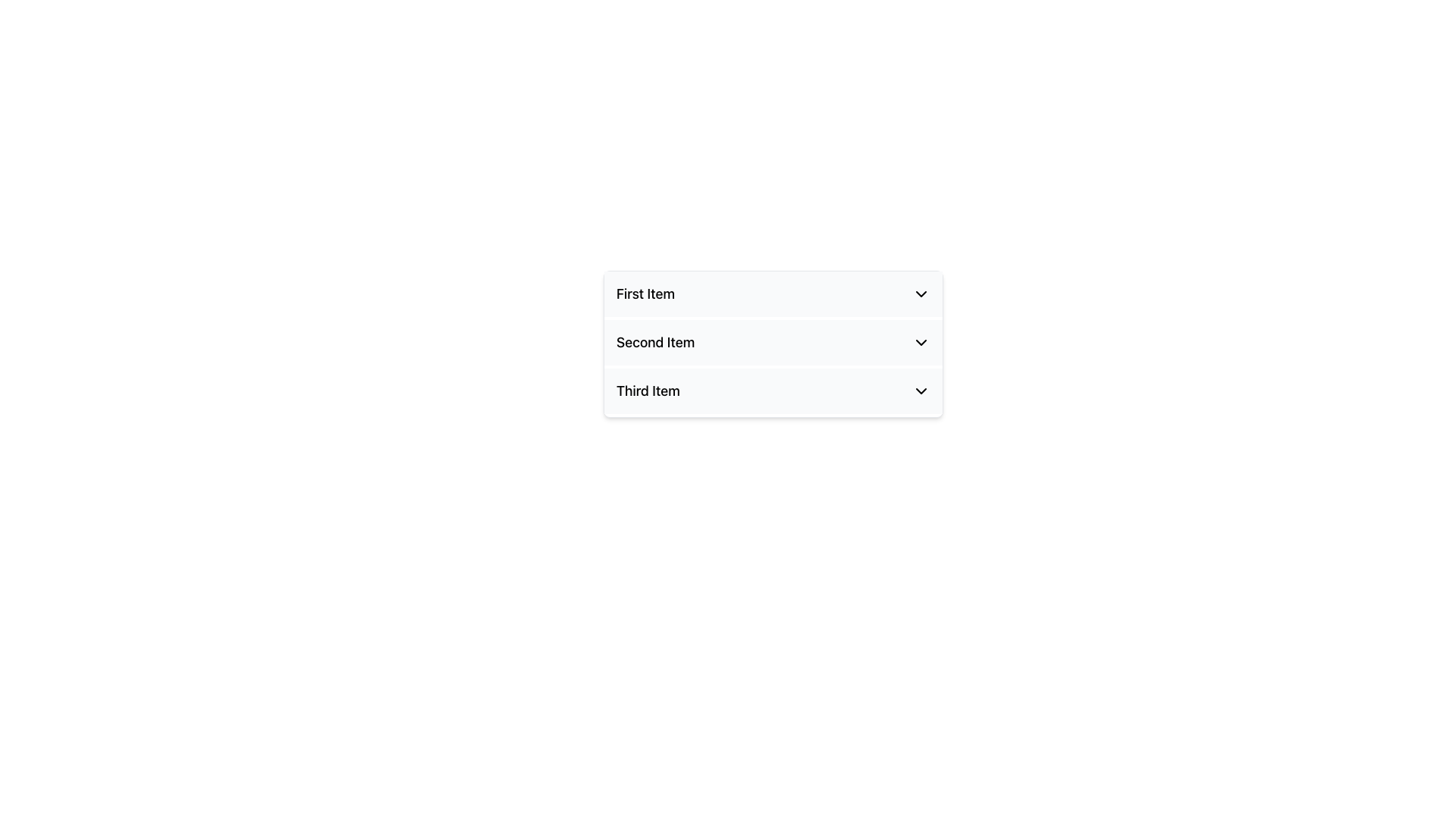 This screenshot has width=1456, height=819. Describe the element at coordinates (920, 342) in the screenshot. I see `the chevron icon located at the far right of the 'Second Item' list` at that location.